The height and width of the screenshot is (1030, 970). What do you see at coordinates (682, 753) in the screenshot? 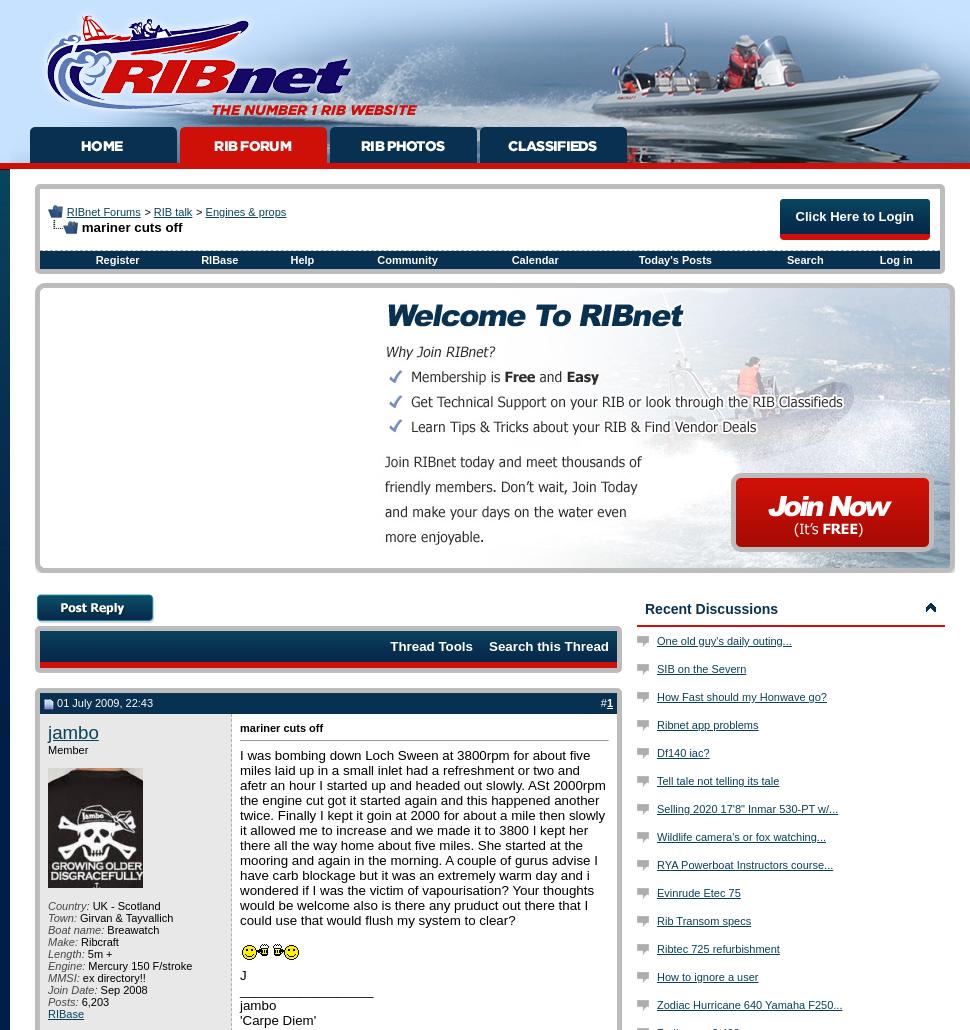
I see `'Df140 iac?'` at bounding box center [682, 753].